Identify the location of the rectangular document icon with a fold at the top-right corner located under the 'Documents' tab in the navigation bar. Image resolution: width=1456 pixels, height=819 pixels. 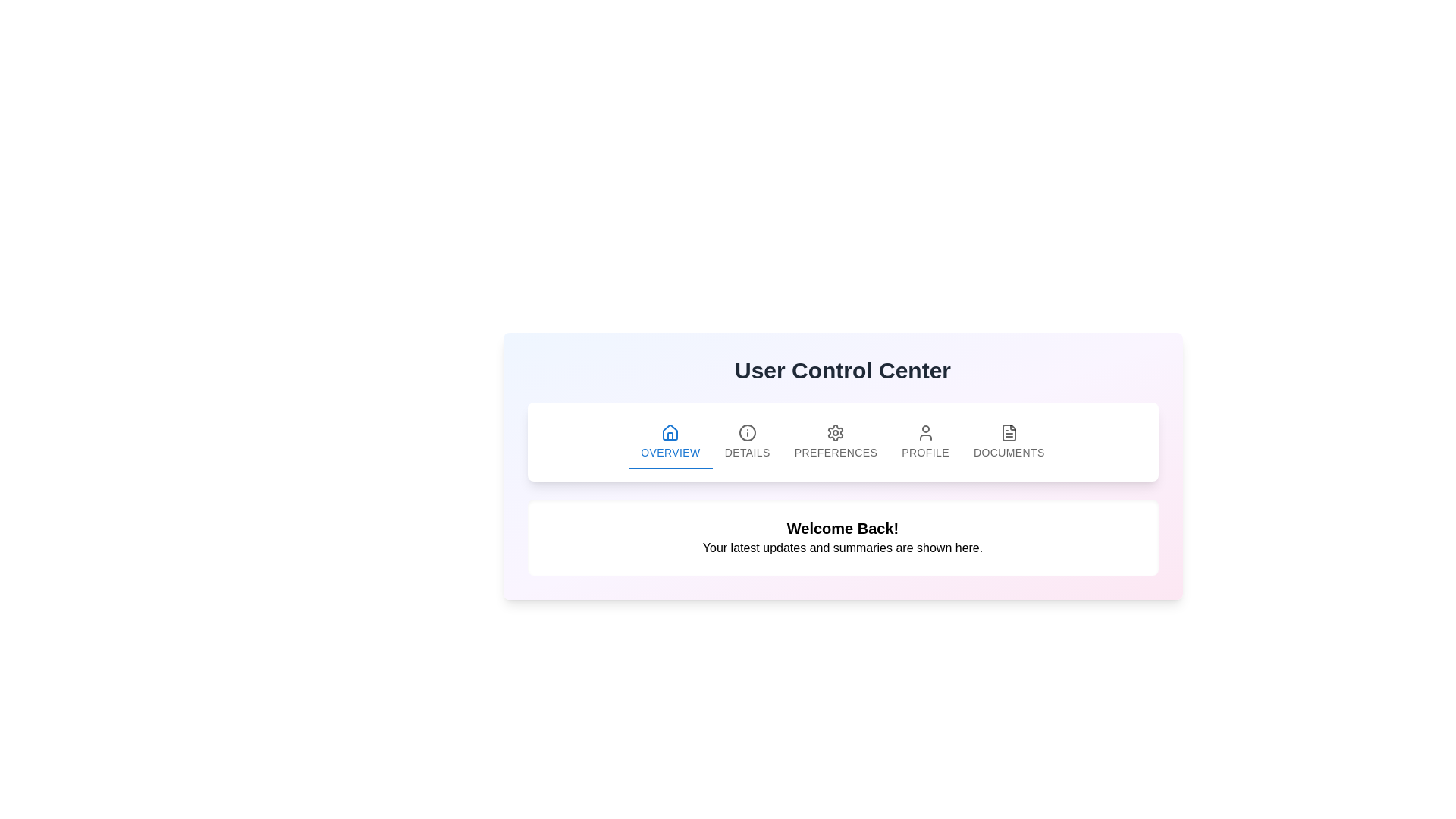
(1009, 433).